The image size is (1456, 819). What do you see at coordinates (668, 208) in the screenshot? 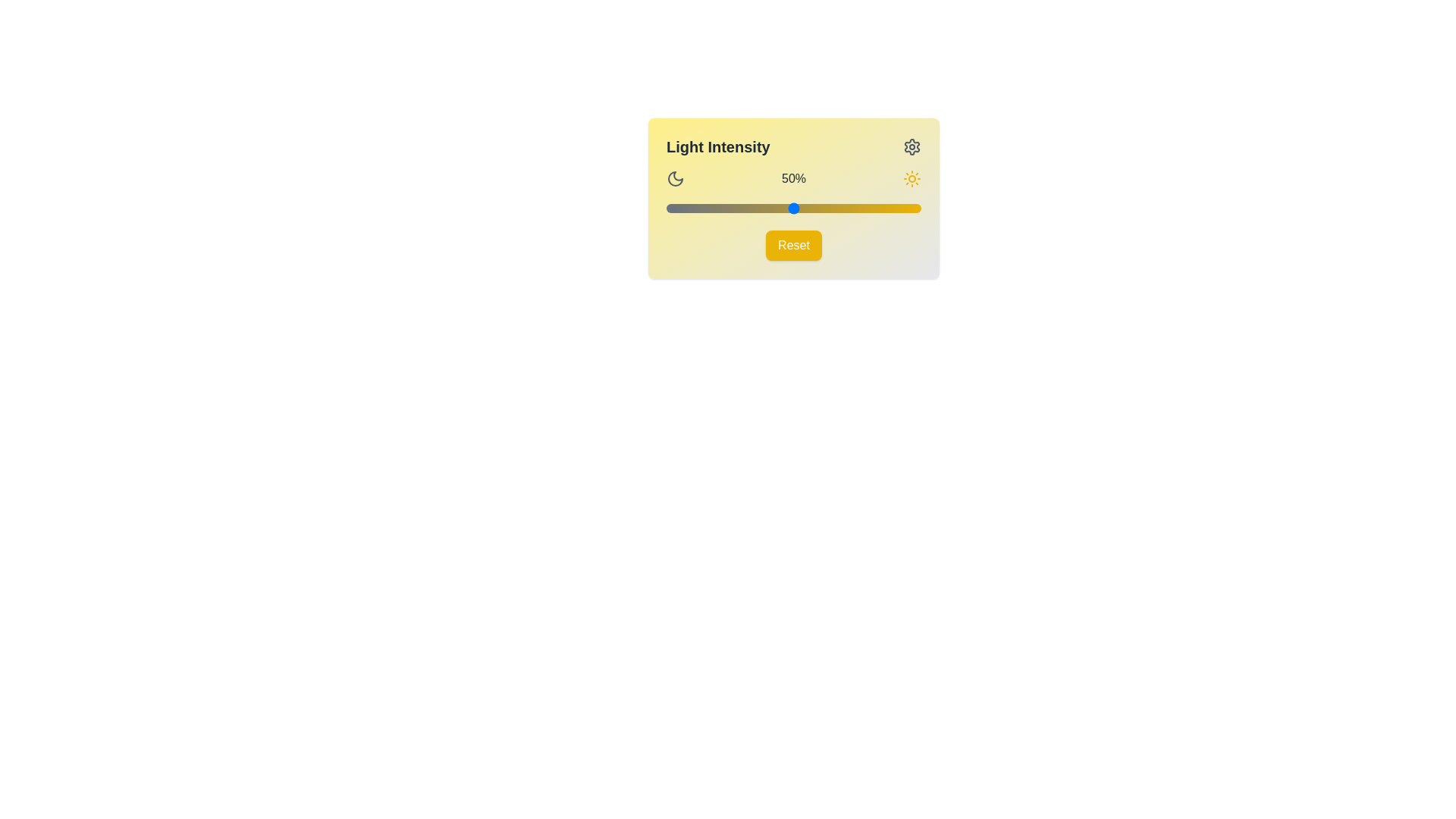
I see `the brightness slider to 1%` at bounding box center [668, 208].